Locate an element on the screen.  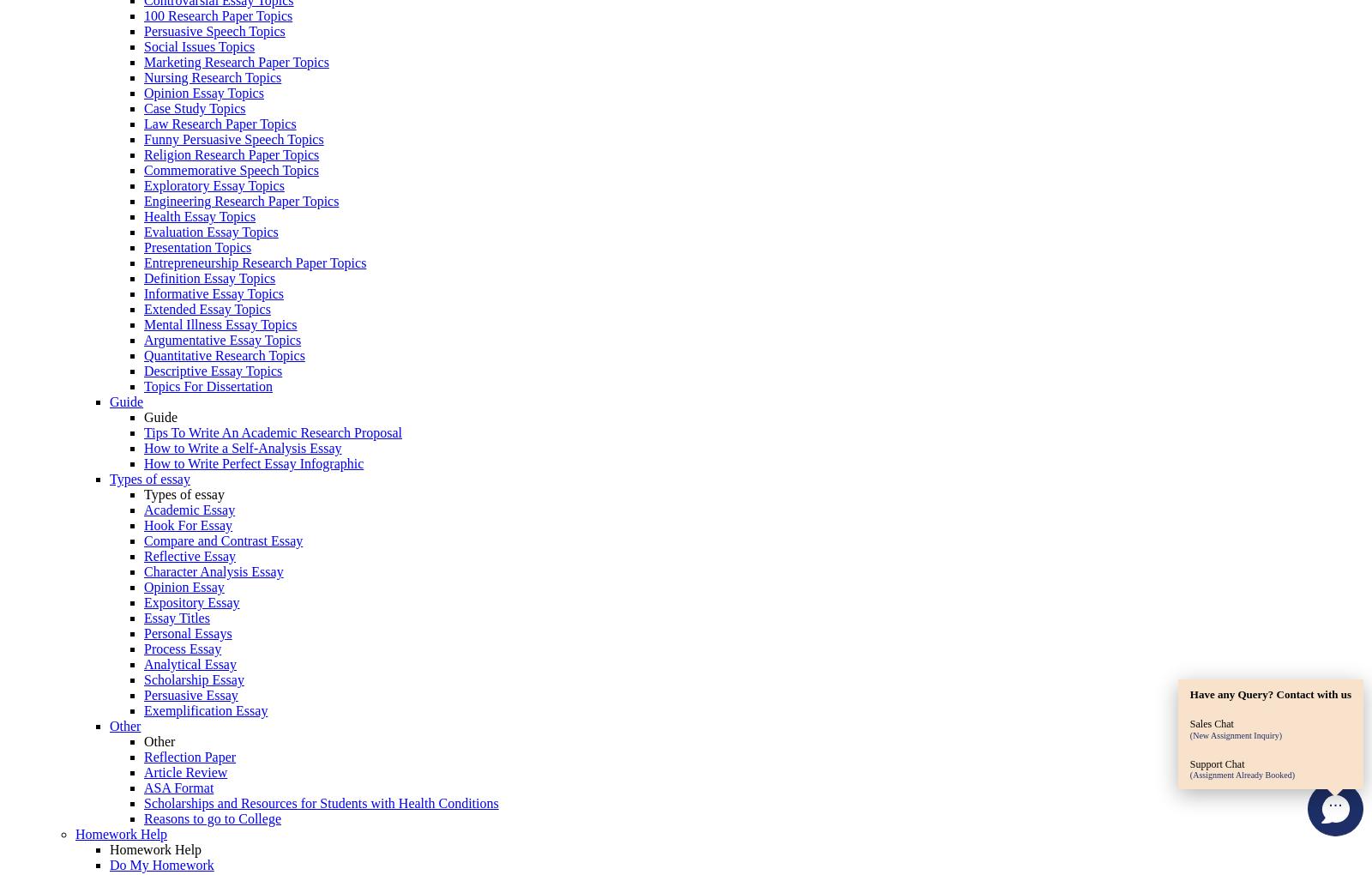
'Compare and Contrast Essay' is located at coordinates (223, 540).